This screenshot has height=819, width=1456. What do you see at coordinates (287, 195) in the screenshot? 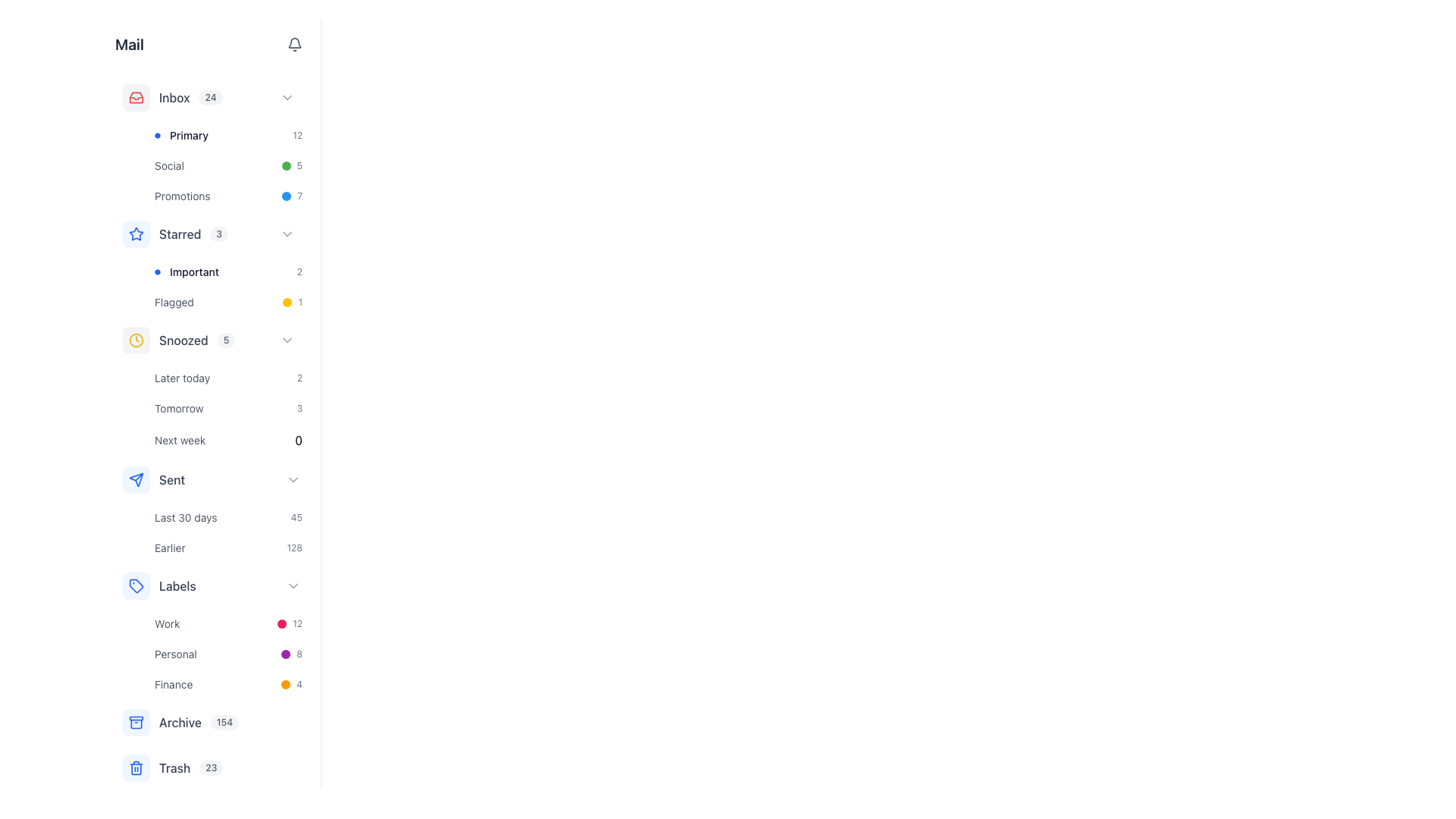
I see `the Circle marker (Indicator) representing the 'Promotions' category located to the left of the text '7' in the left navigation menu of the mail application` at bounding box center [287, 195].